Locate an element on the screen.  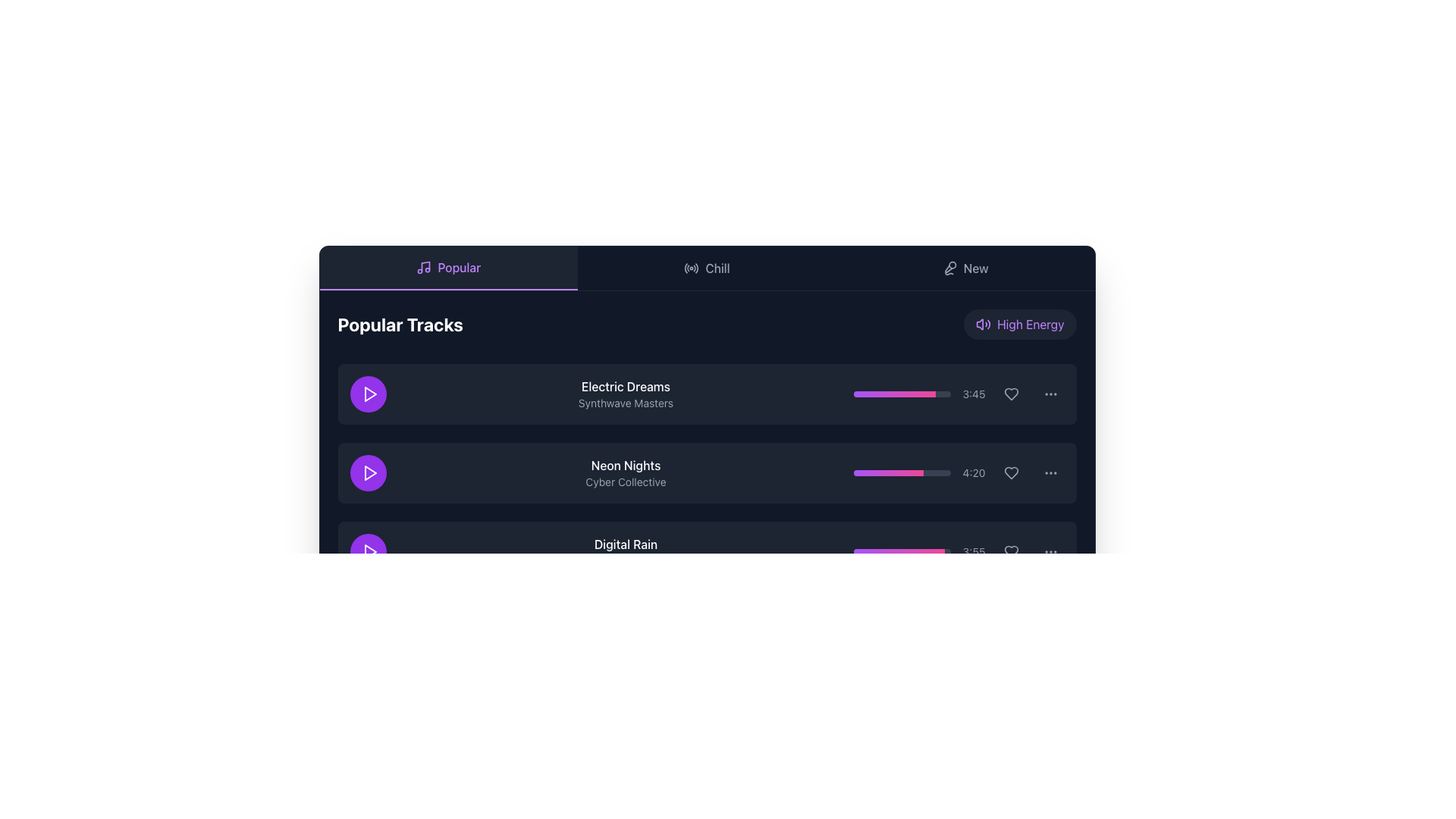
the Progress Bar indicating the playback status of the track 'Electric Dreams', located next to the timestamp '3:45' is located at coordinates (902, 394).